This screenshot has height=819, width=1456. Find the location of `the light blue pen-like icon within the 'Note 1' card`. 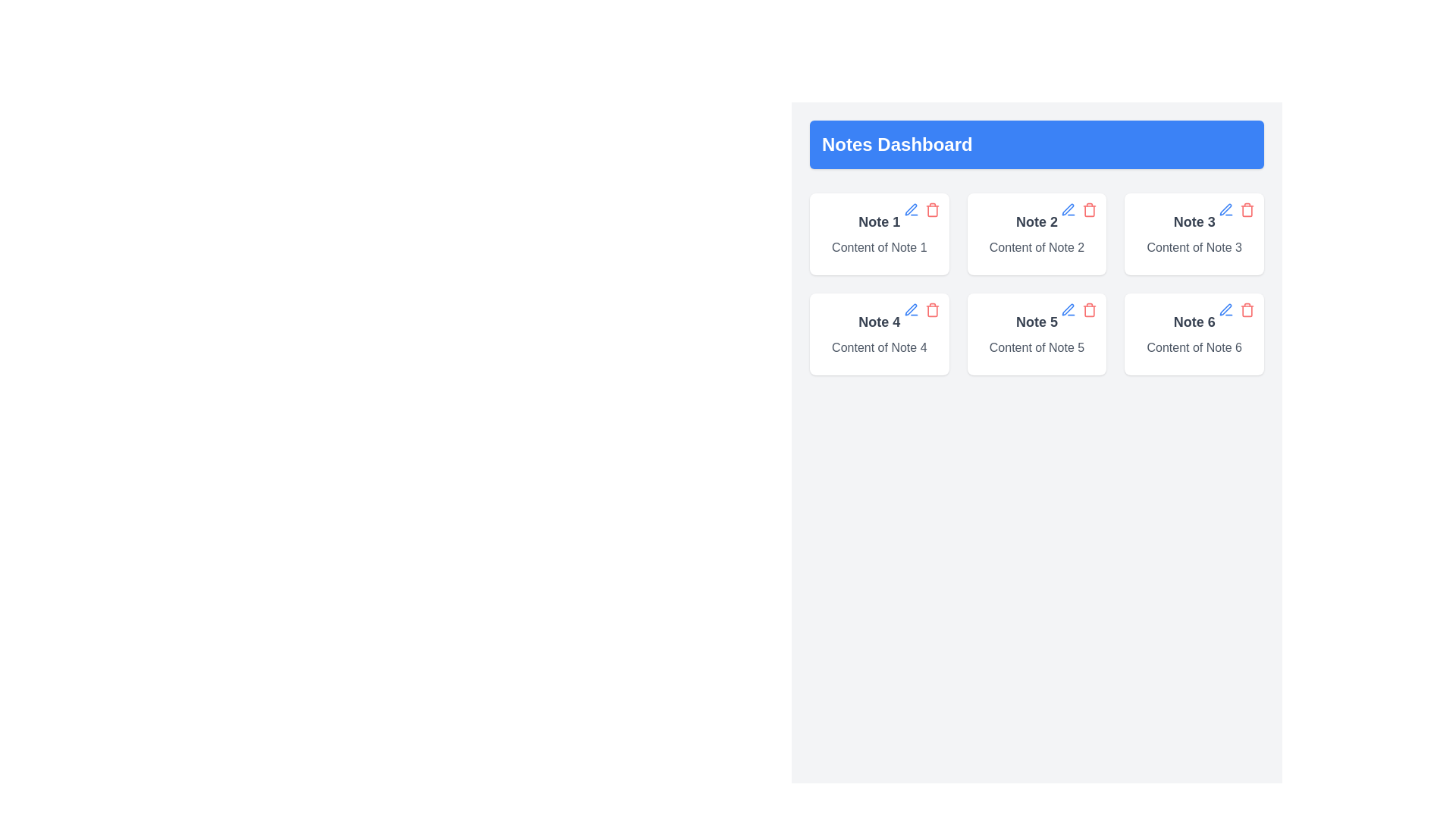

the light blue pen-like icon within the 'Note 1' card is located at coordinates (1225, 209).